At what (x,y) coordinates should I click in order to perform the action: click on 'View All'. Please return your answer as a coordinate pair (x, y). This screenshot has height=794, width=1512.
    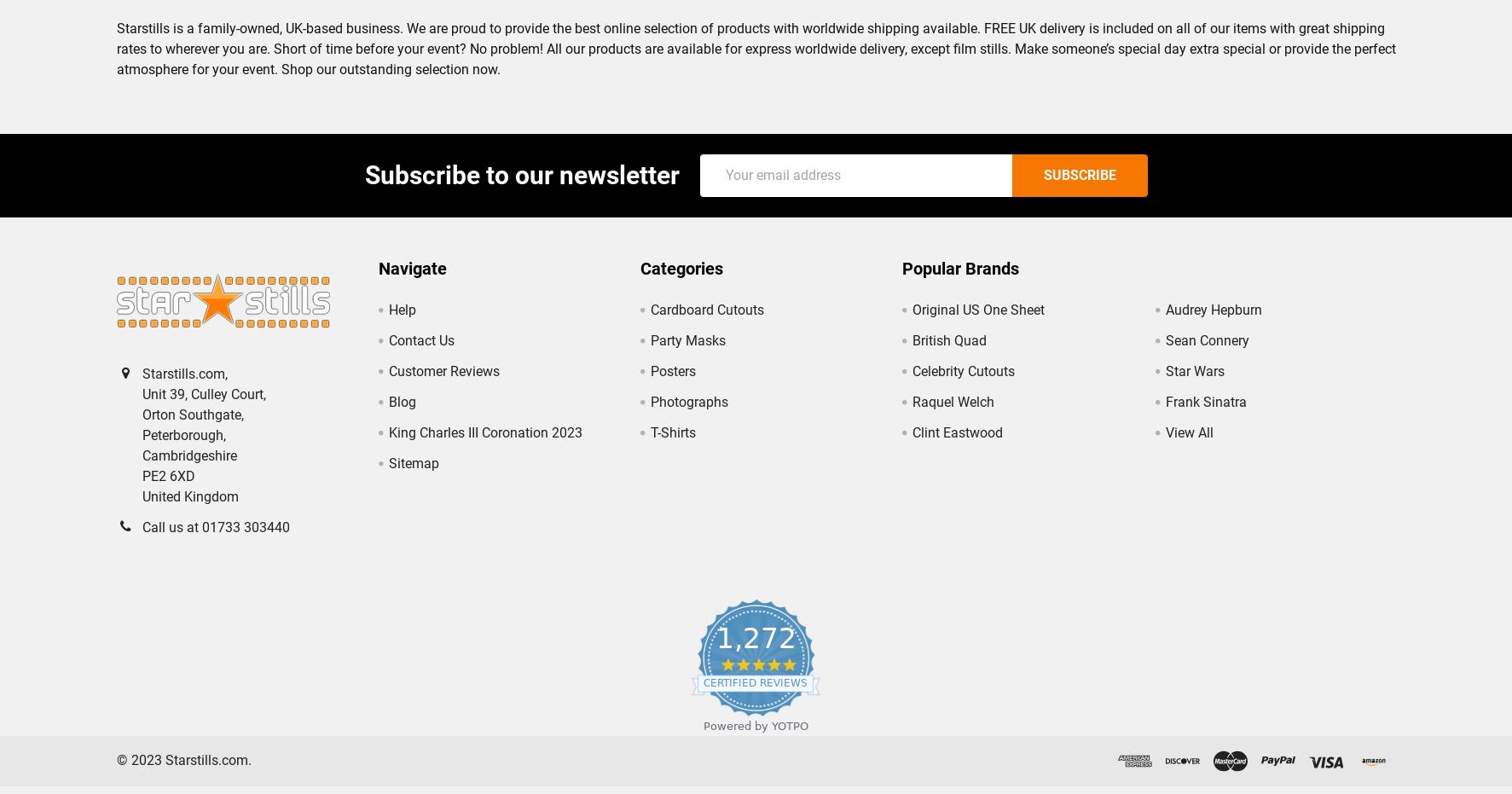
    Looking at the image, I should click on (1165, 446).